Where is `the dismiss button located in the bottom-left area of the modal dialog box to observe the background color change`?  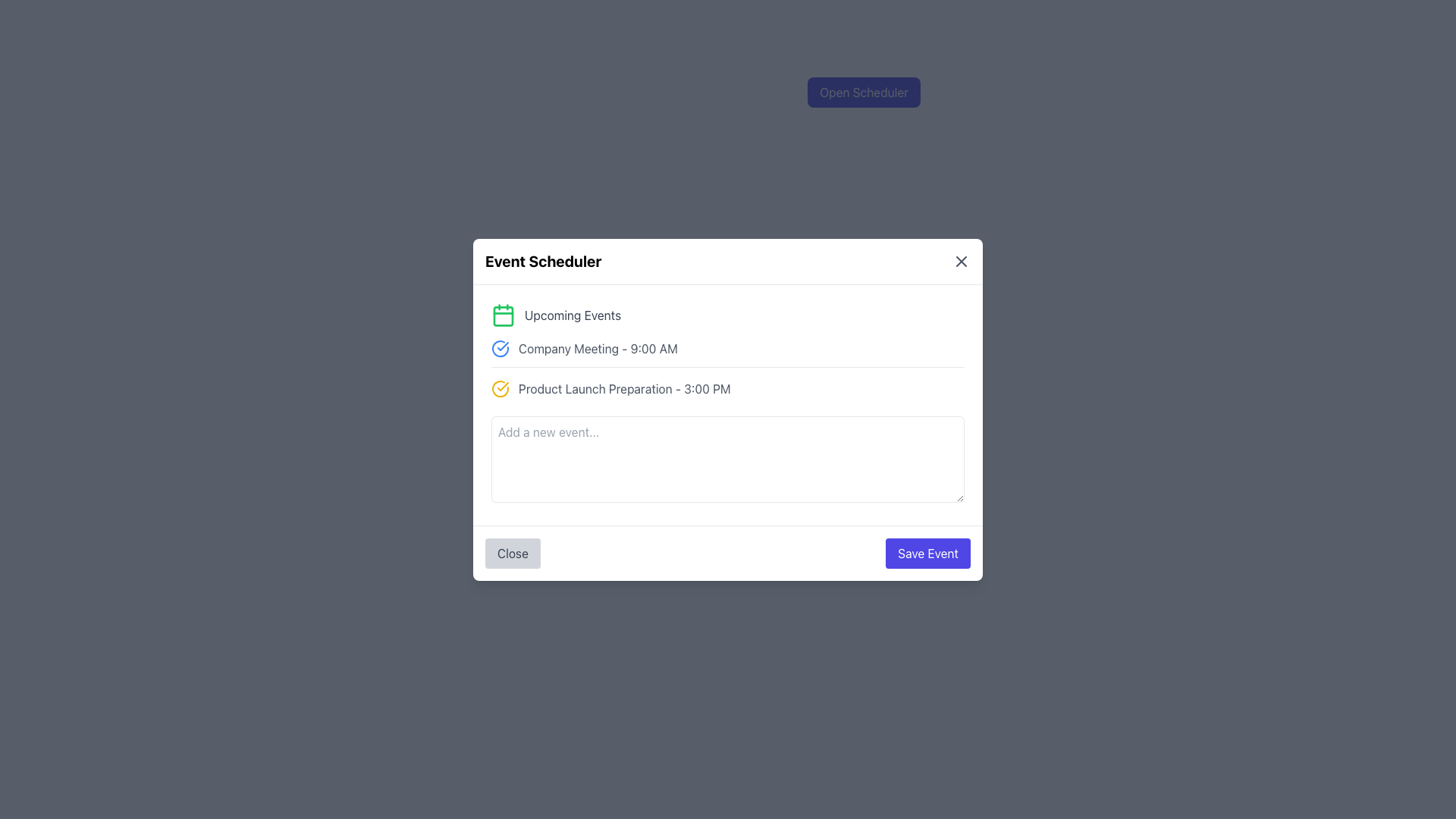
the dismiss button located in the bottom-left area of the modal dialog box to observe the background color change is located at coordinates (513, 553).